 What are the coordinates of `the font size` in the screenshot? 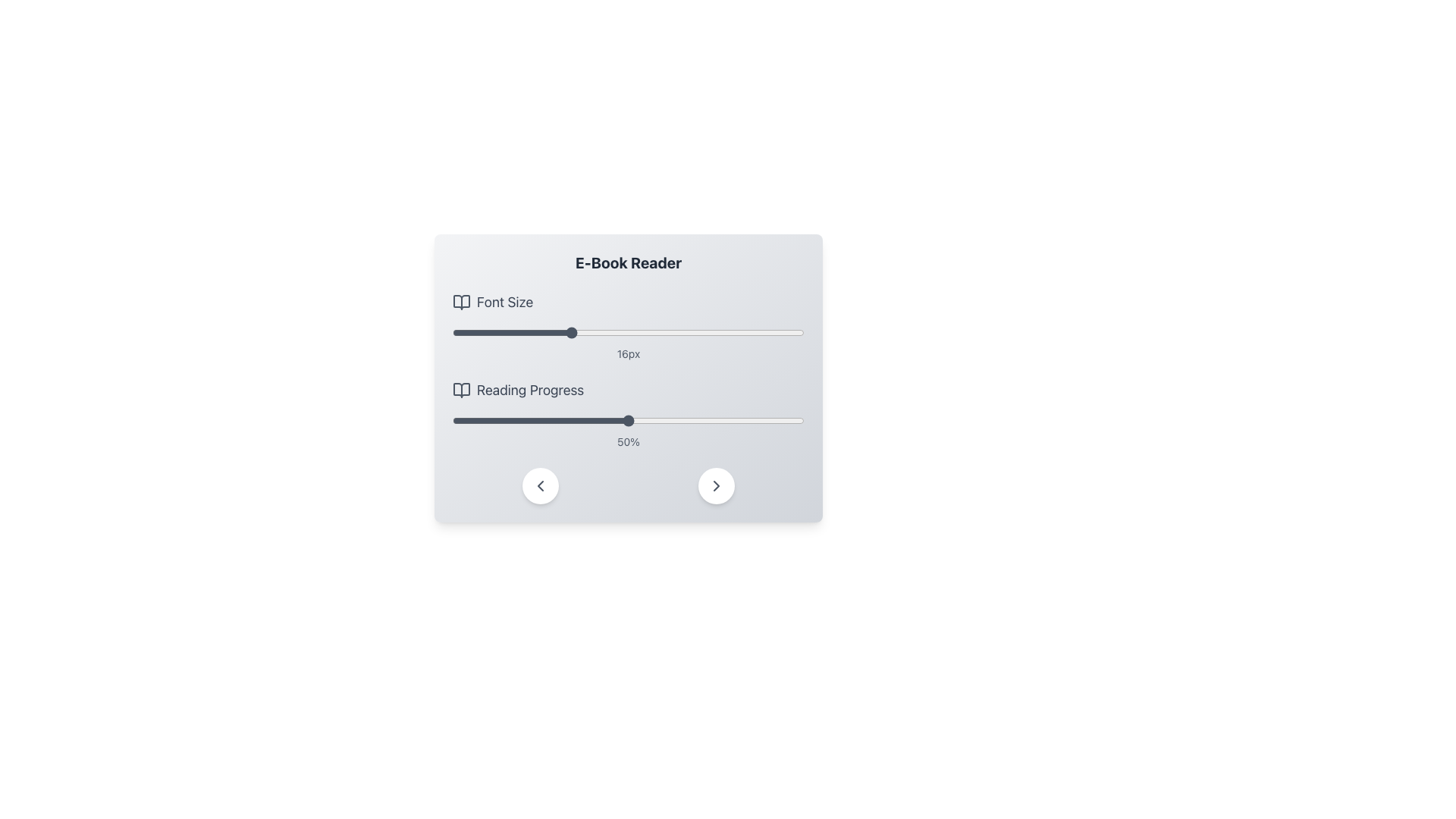 It's located at (716, 332).